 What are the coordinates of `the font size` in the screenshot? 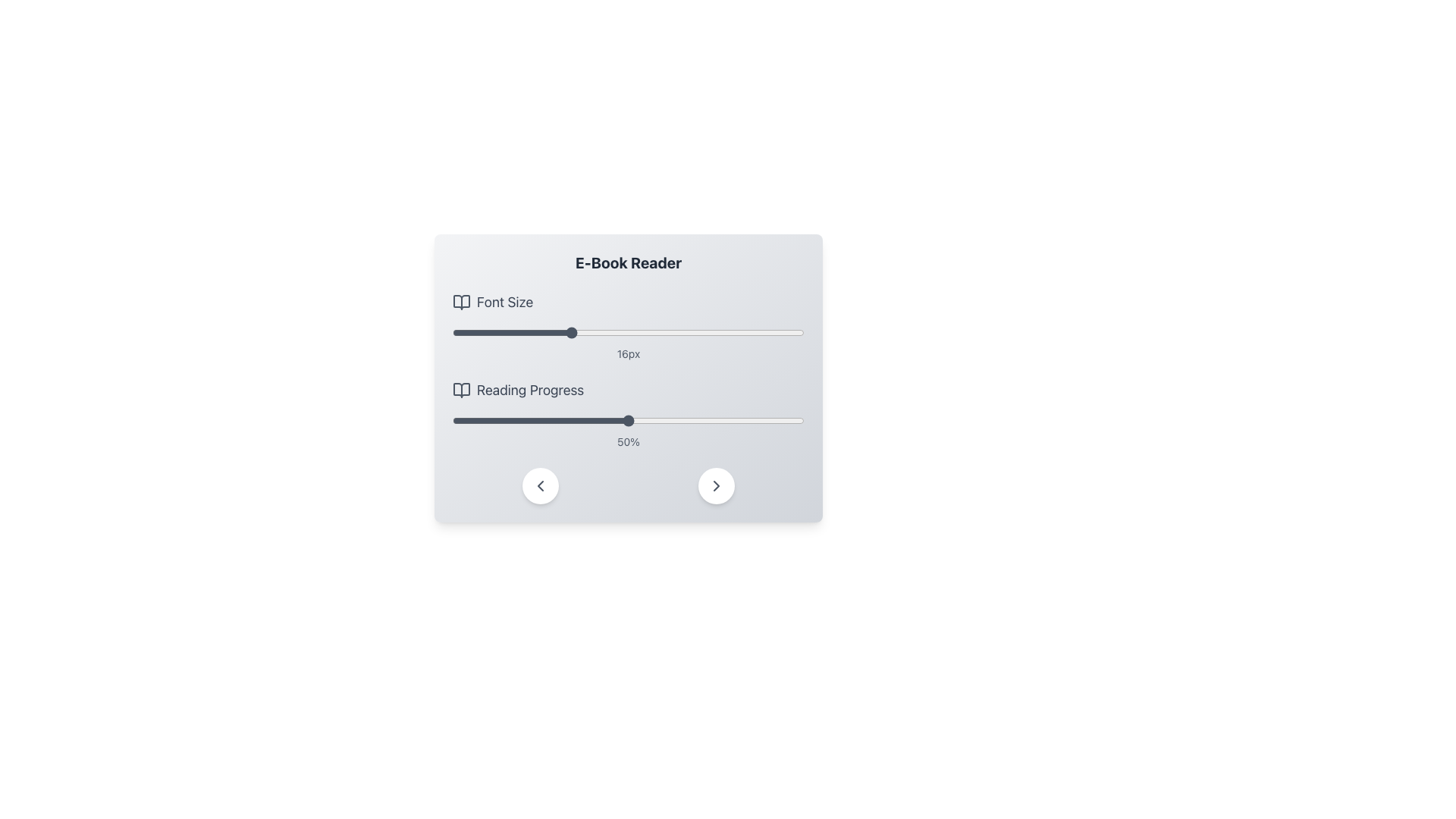 It's located at (716, 332).